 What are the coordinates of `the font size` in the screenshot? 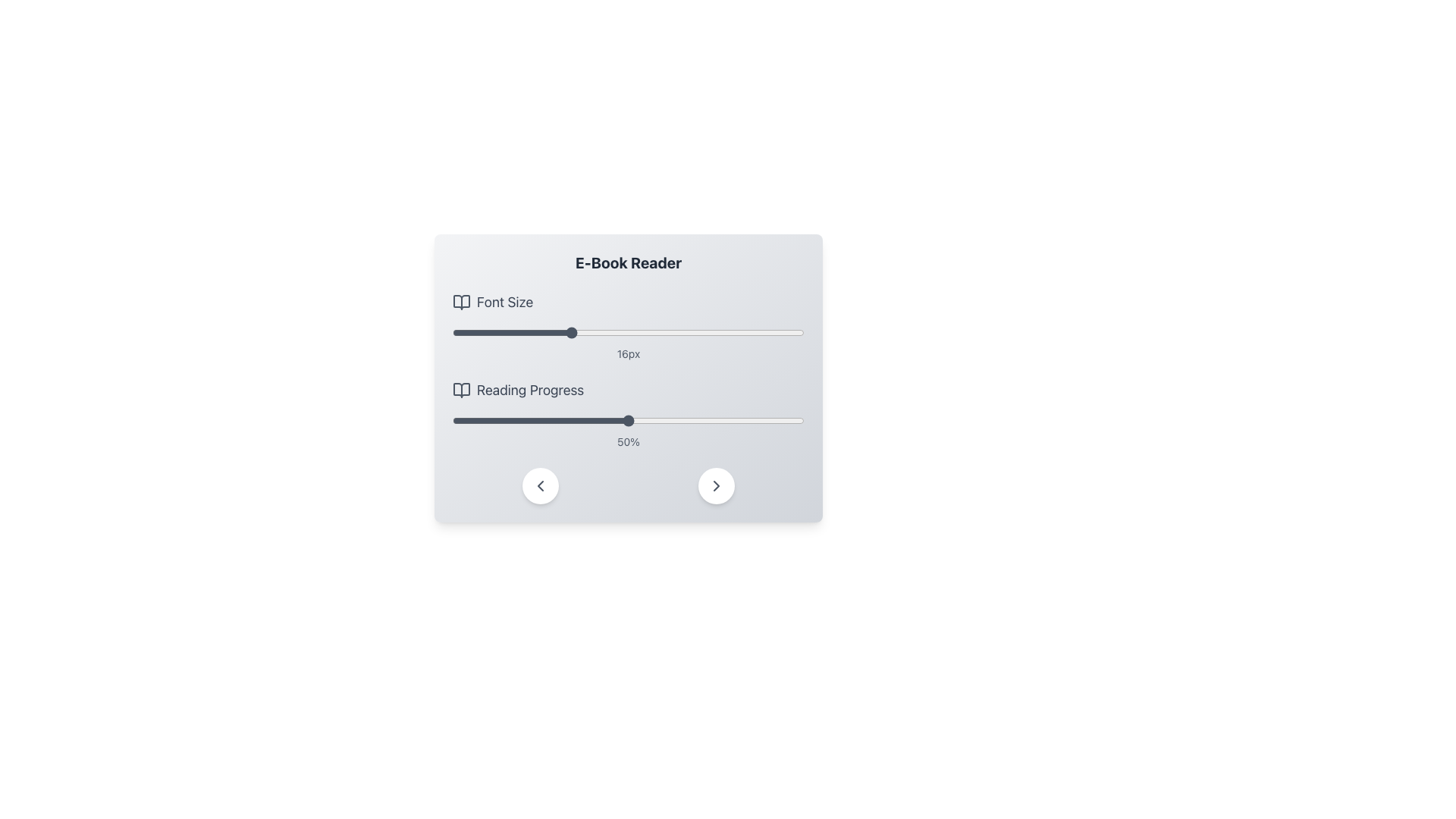 It's located at (716, 332).